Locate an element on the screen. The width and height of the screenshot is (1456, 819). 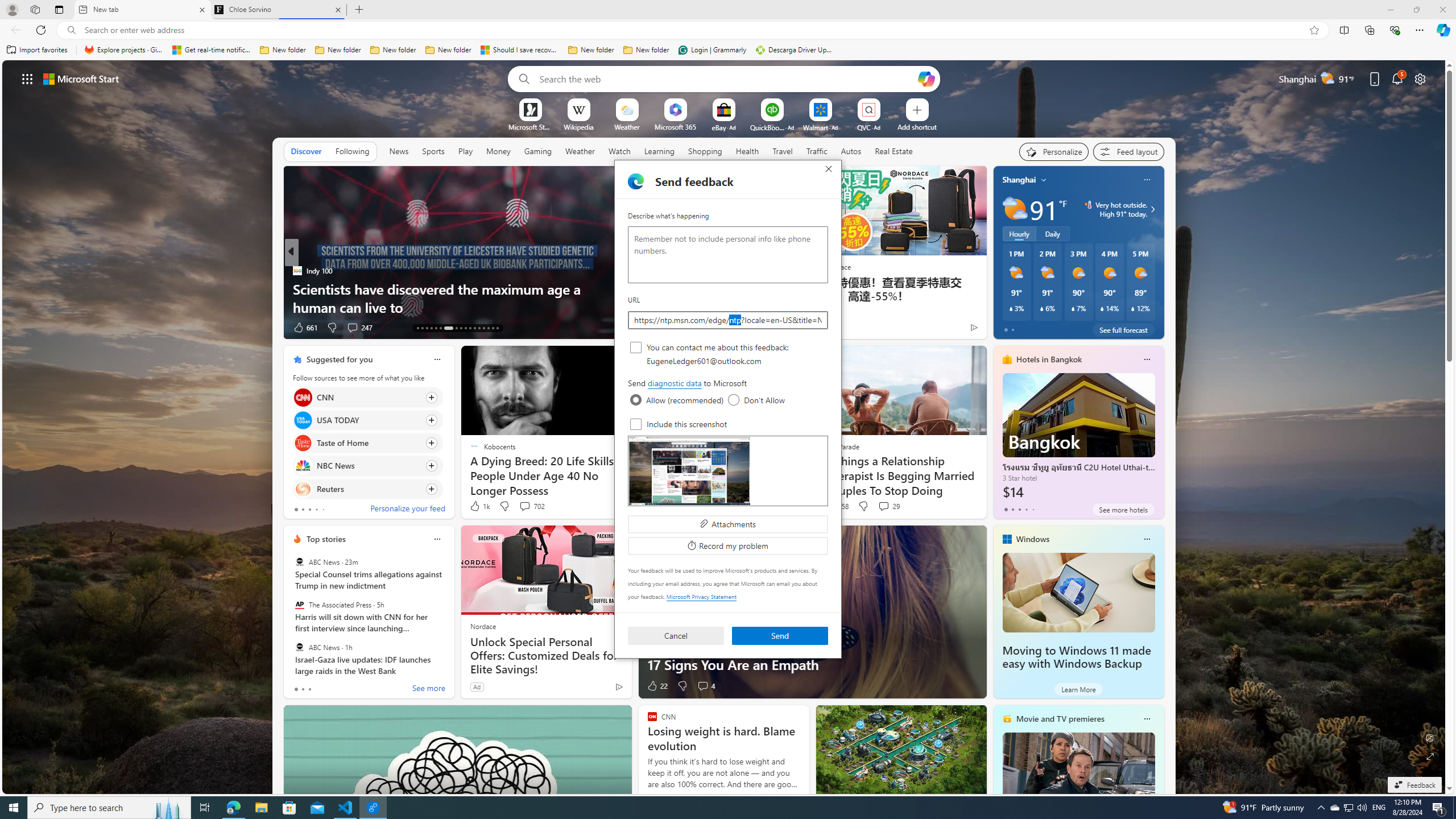
'Feed settings' is located at coordinates (1128, 152).